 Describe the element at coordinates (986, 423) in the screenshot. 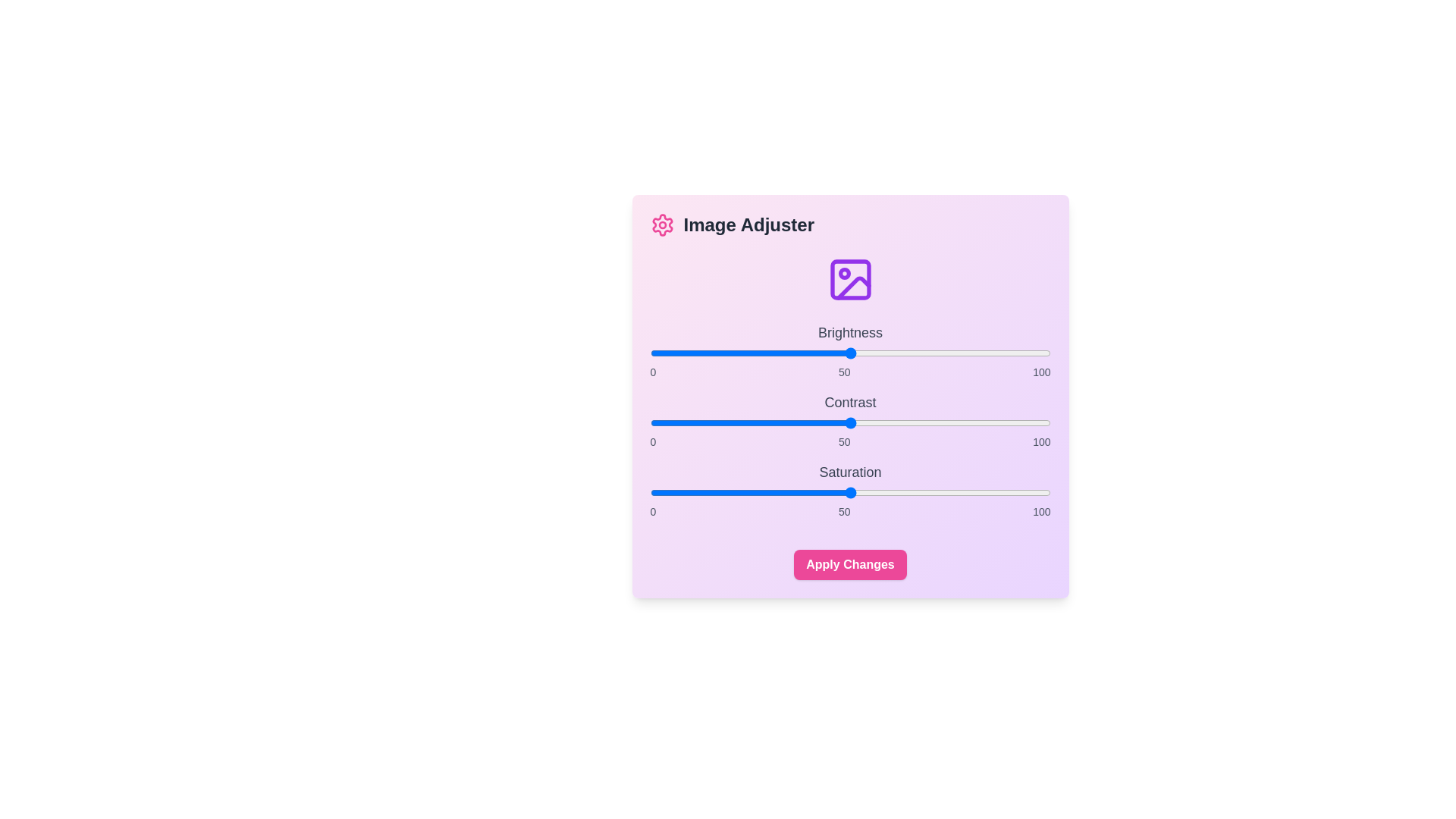

I see `the contrast slider to 84 percent` at that location.